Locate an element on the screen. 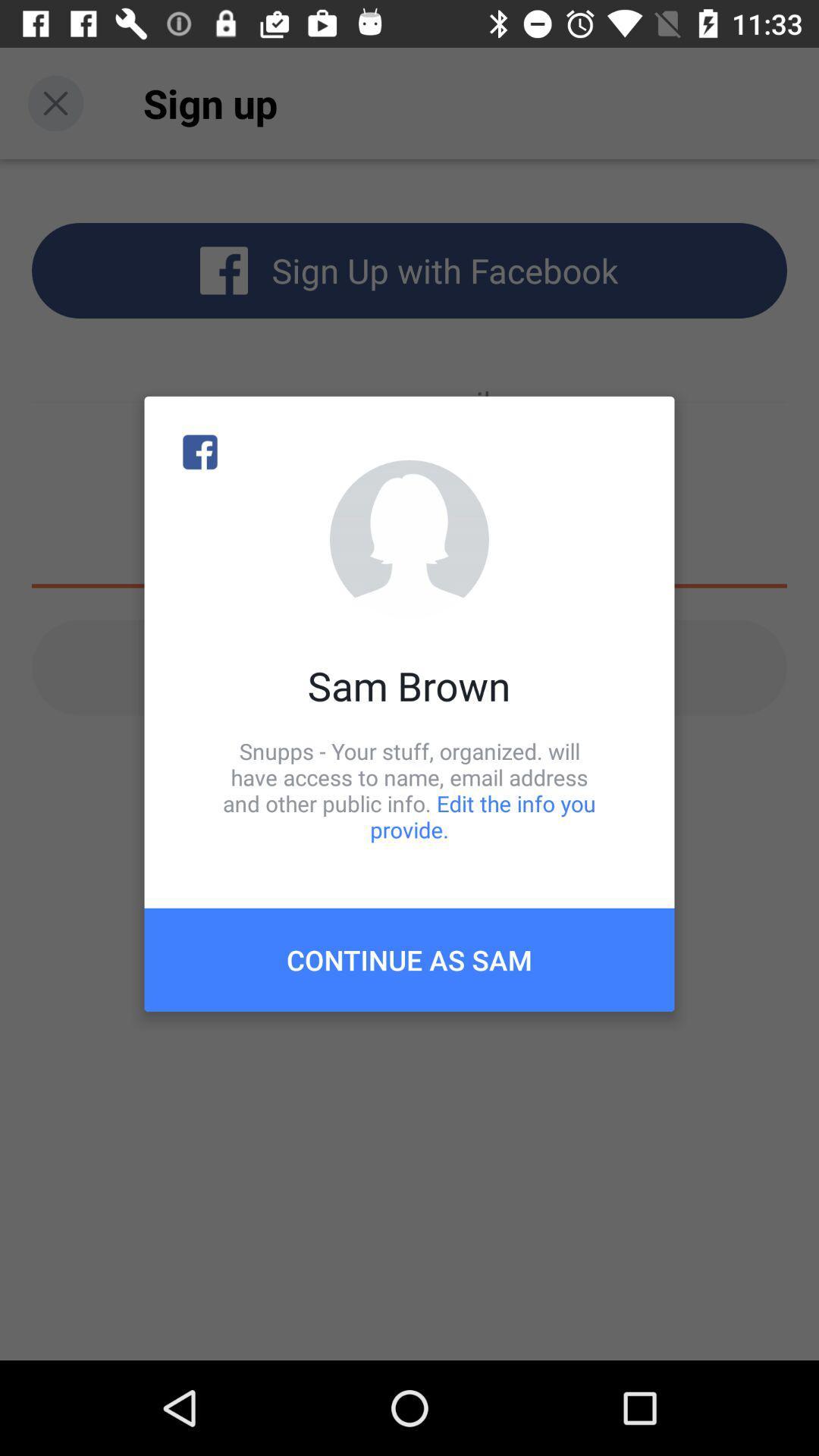 This screenshot has width=819, height=1456. snupps your stuff item is located at coordinates (409, 789).